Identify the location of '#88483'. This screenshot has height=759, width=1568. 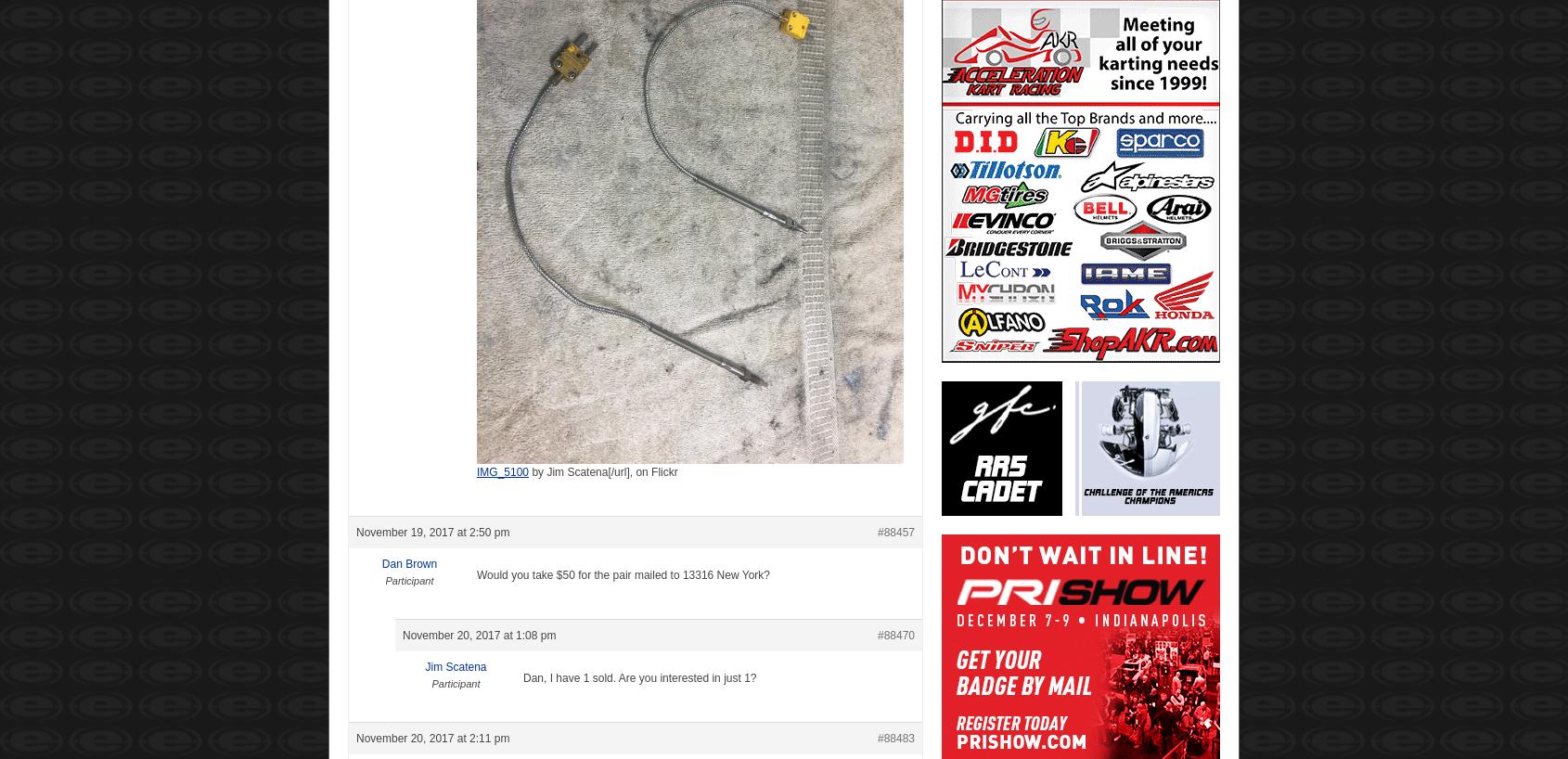
(877, 738).